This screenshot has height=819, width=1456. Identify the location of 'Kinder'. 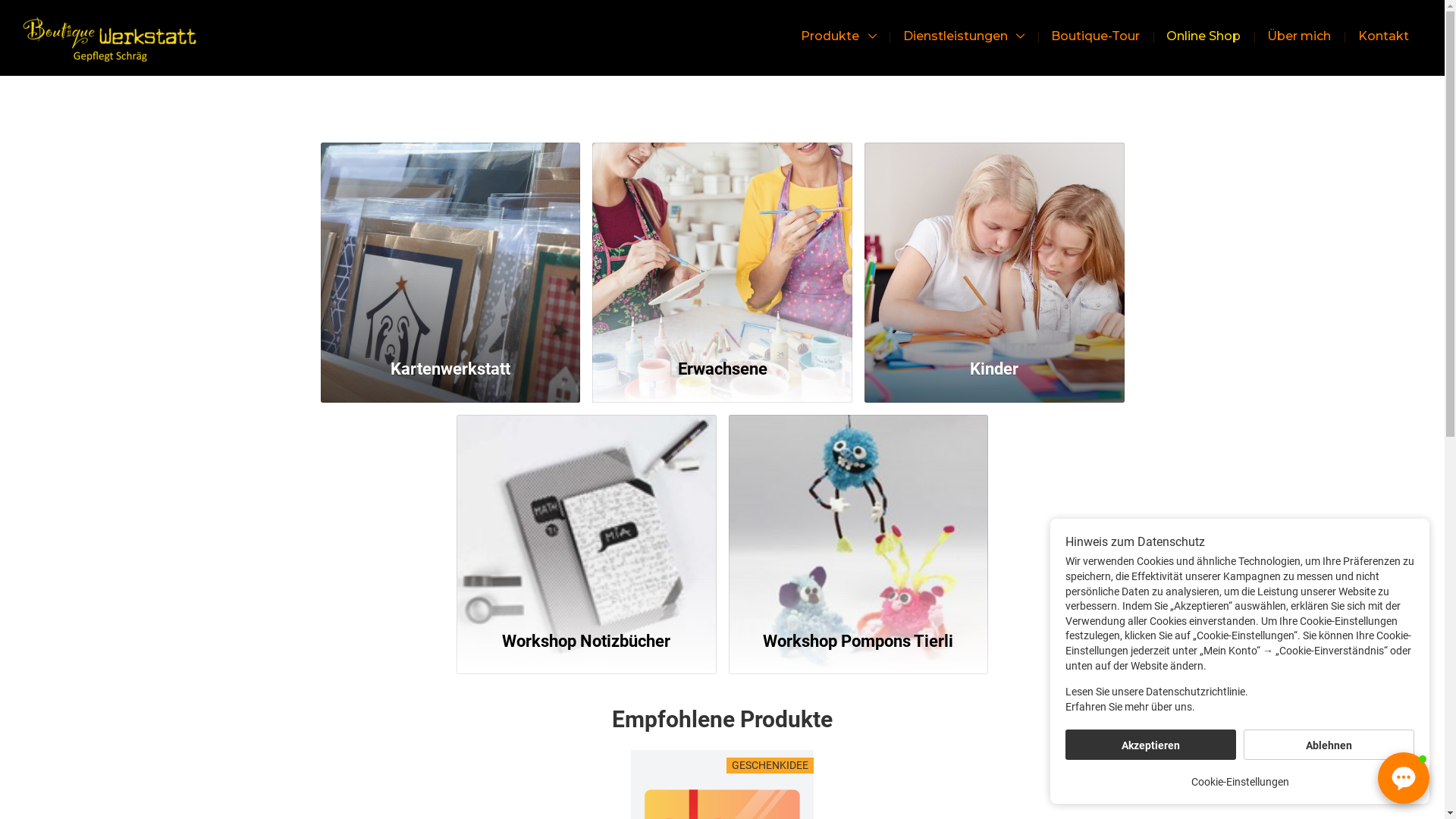
(994, 241).